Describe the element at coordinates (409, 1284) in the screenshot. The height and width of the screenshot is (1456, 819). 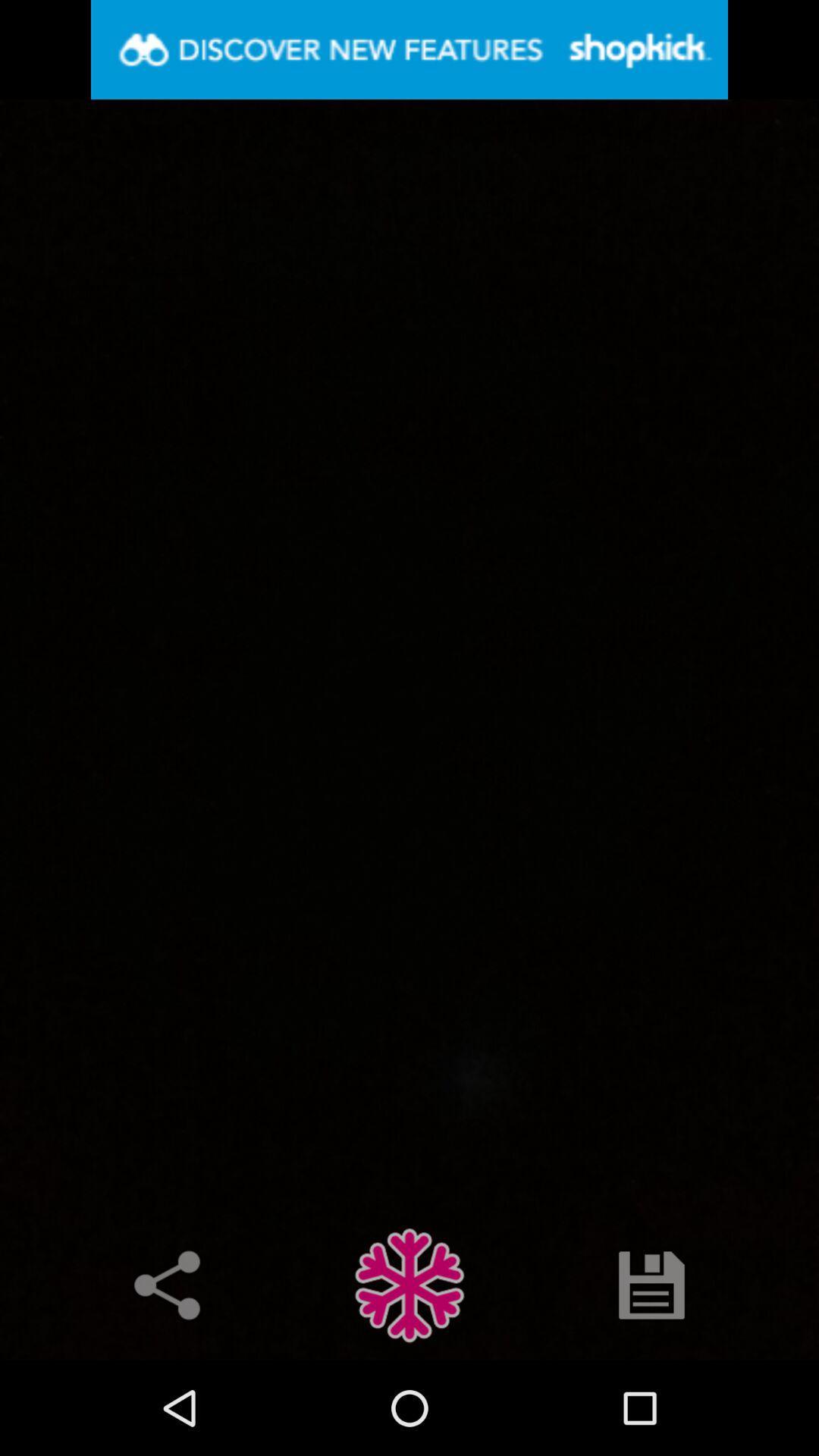
I see `the avatar icon` at that location.